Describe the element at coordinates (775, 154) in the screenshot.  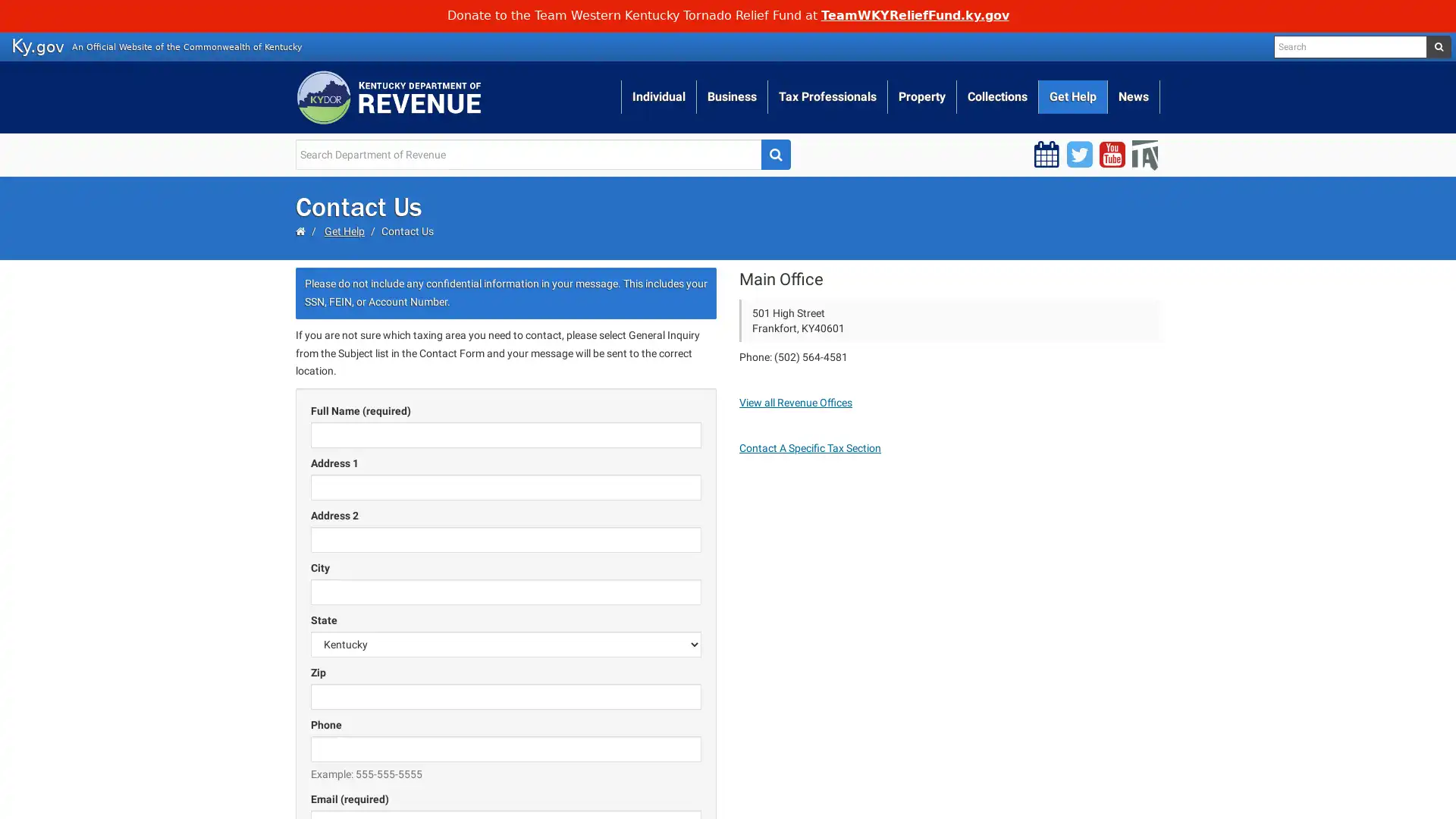
I see `Search` at that location.